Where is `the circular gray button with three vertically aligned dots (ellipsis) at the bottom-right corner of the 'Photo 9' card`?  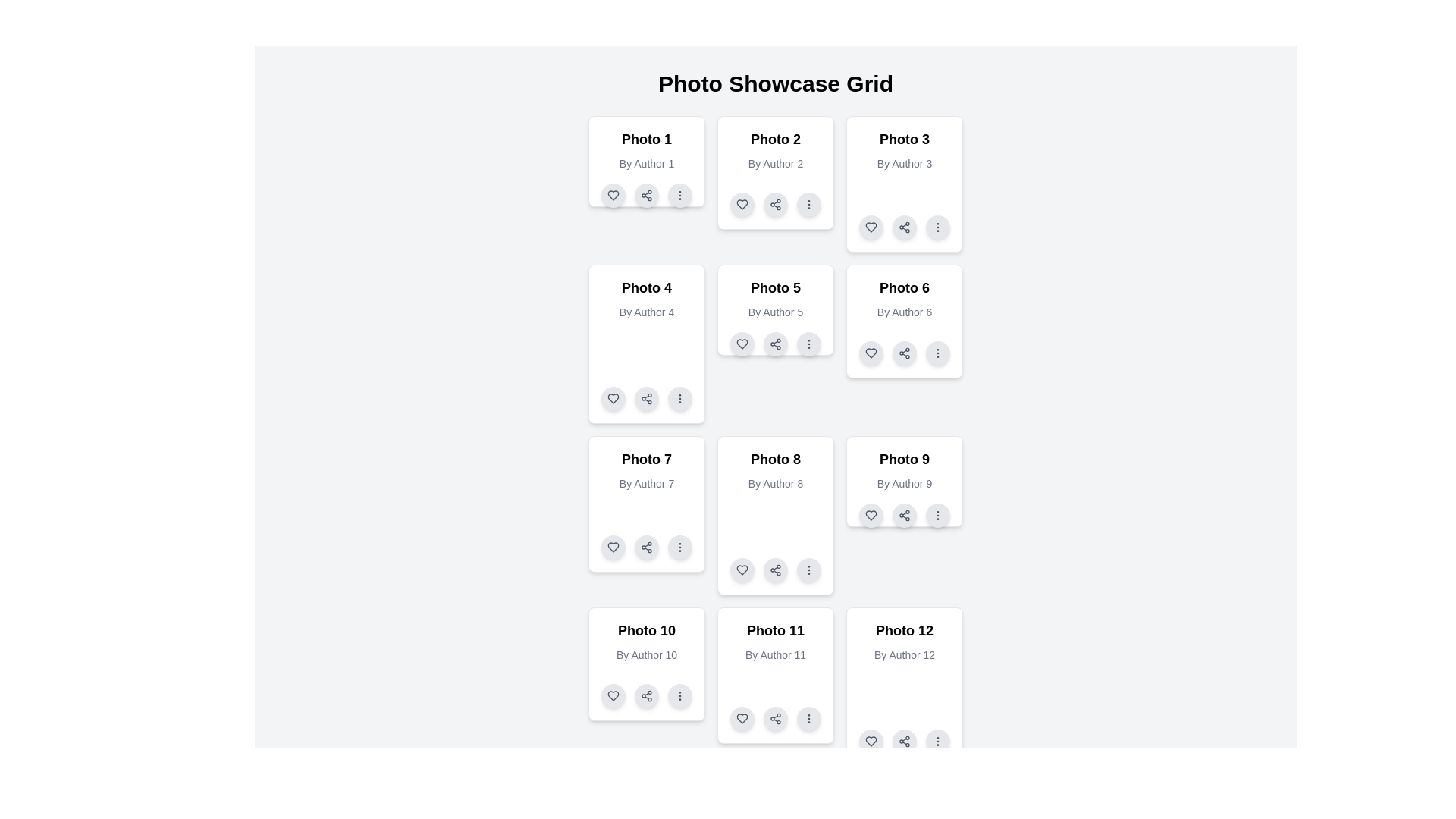 the circular gray button with three vertically aligned dots (ellipsis) at the bottom-right corner of the 'Photo 9' card is located at coordinates (937, 514).